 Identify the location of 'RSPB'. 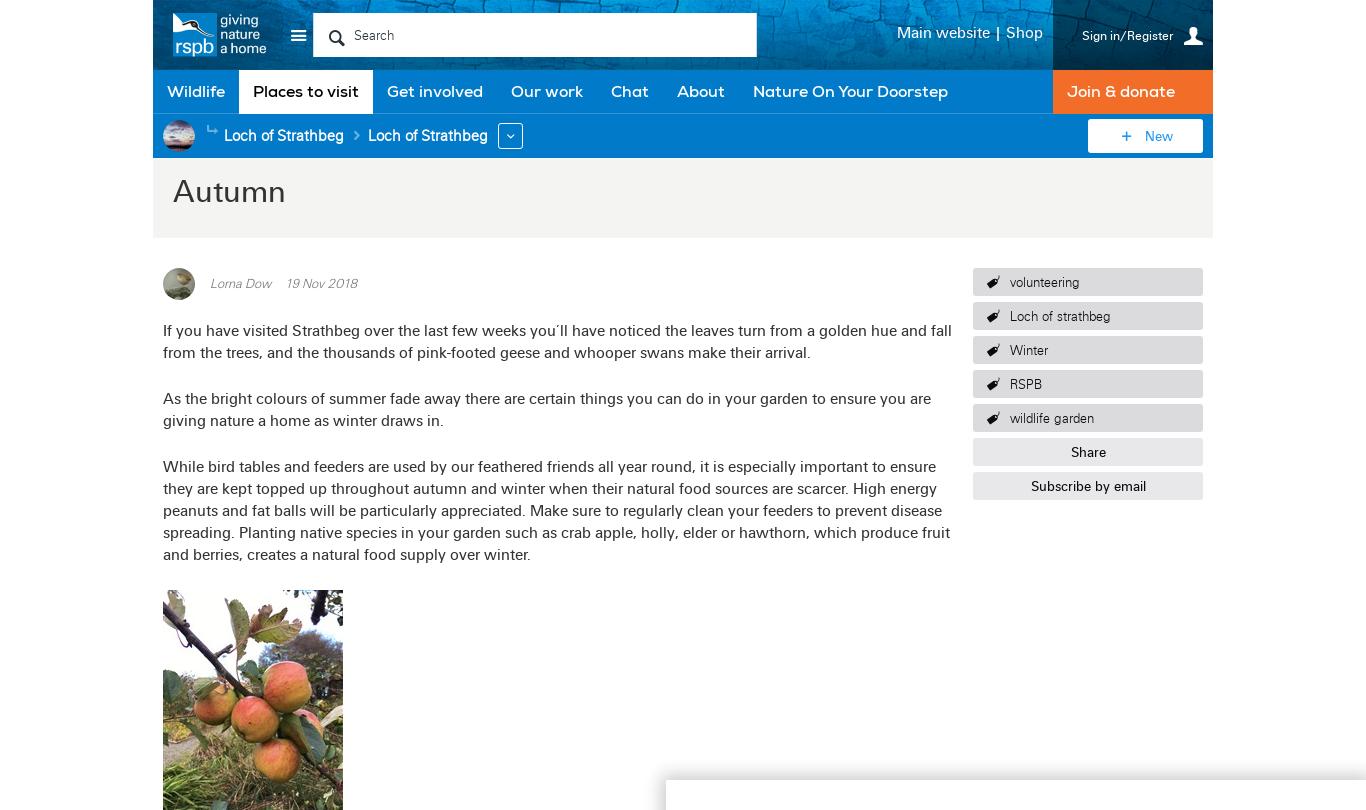
(1024, 383).